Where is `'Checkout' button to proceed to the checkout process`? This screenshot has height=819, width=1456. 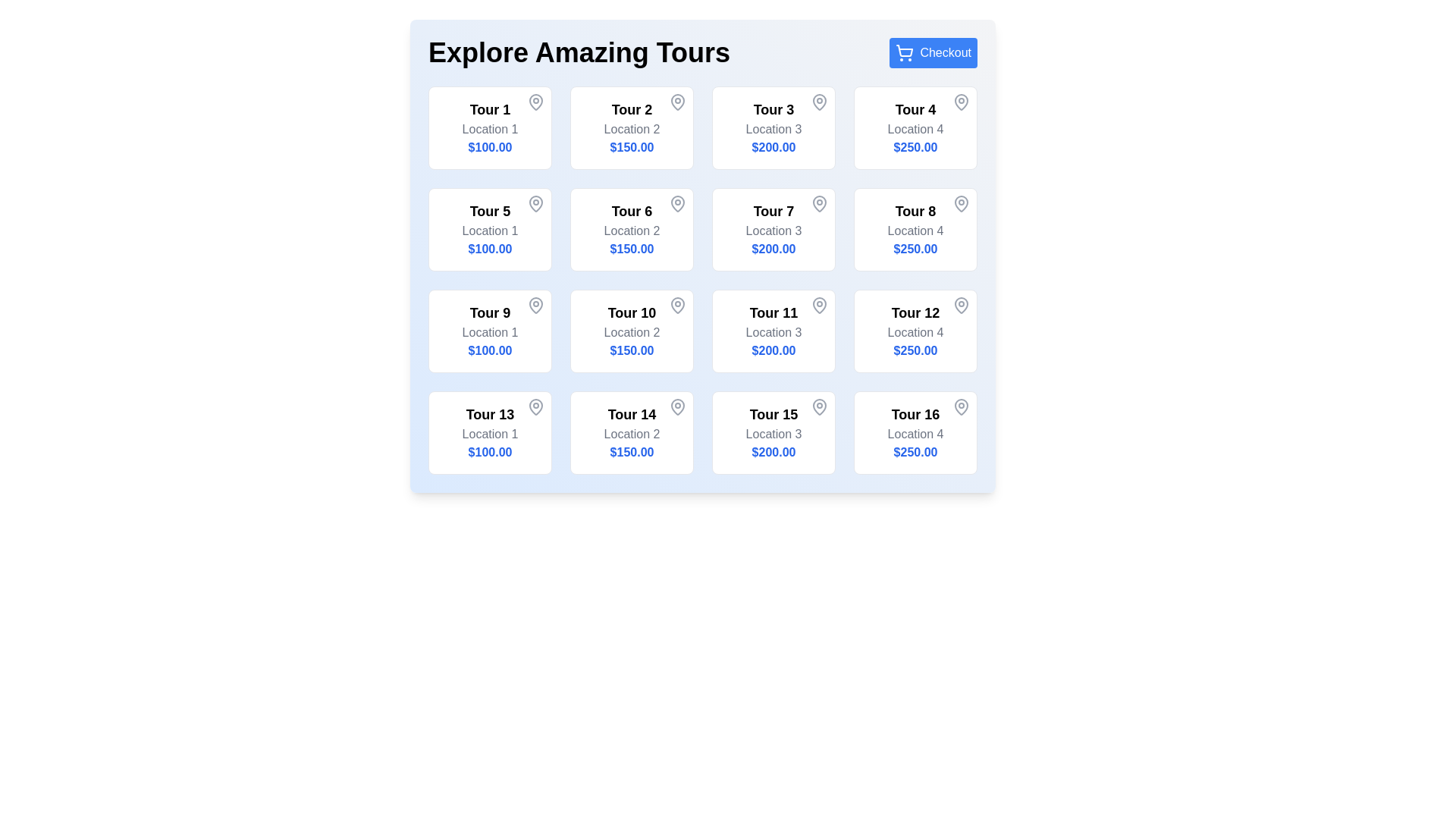 'Checkout' button to proceed to the checkout process is located at coordinates (932, 52).